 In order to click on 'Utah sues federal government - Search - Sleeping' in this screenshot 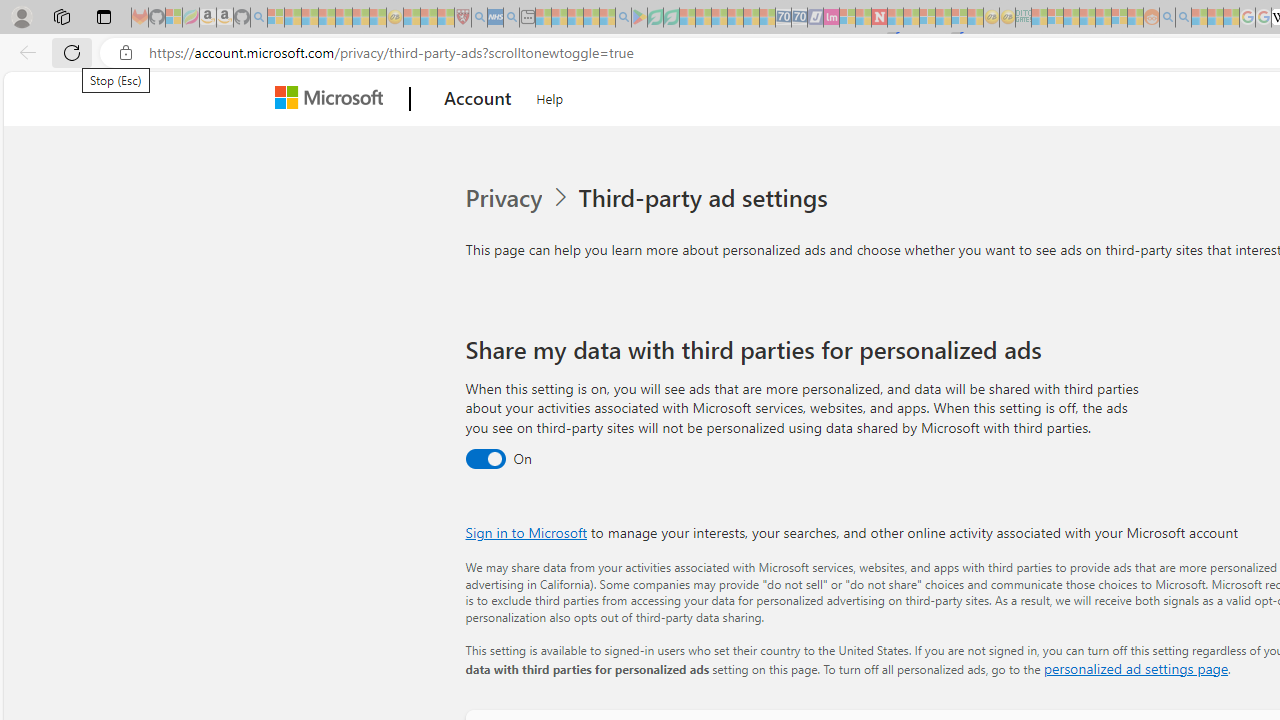, I will do `click(1184, 17)`.